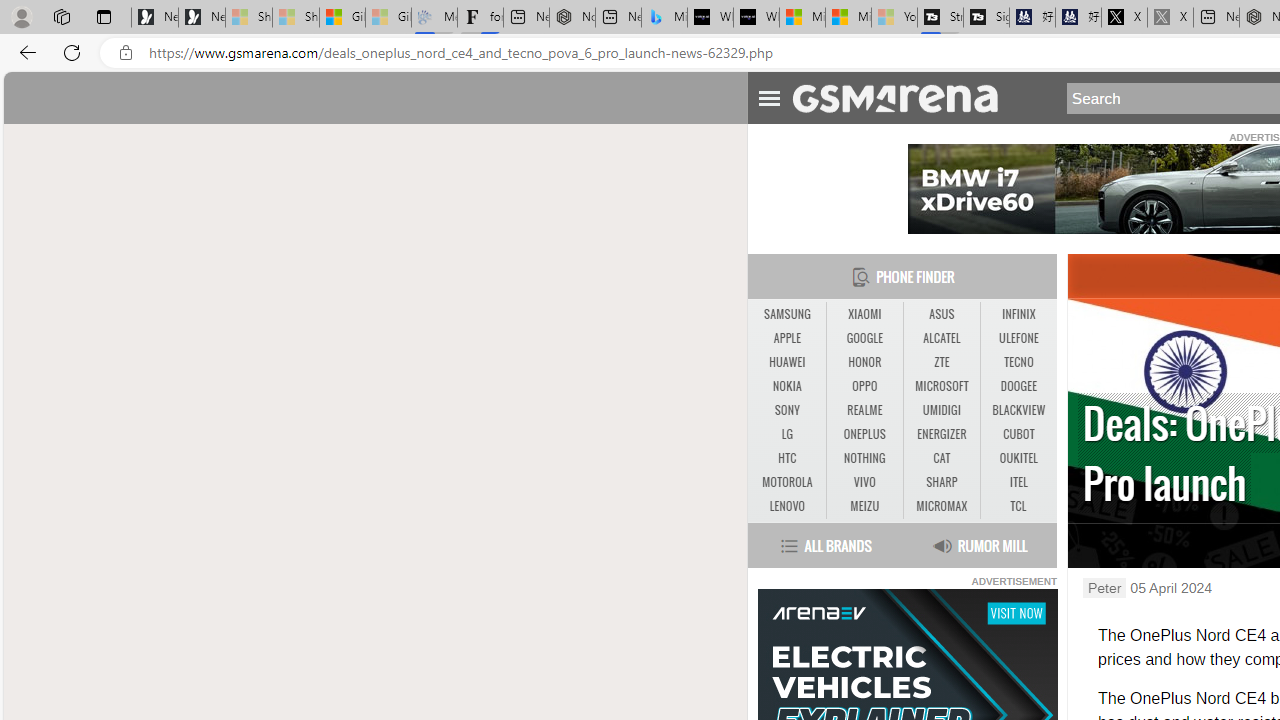 This screenshot has height=720, width=1280. Describe the element at coordinates (940, 314) in the screenshot. I see `'ASUS'` at that location.